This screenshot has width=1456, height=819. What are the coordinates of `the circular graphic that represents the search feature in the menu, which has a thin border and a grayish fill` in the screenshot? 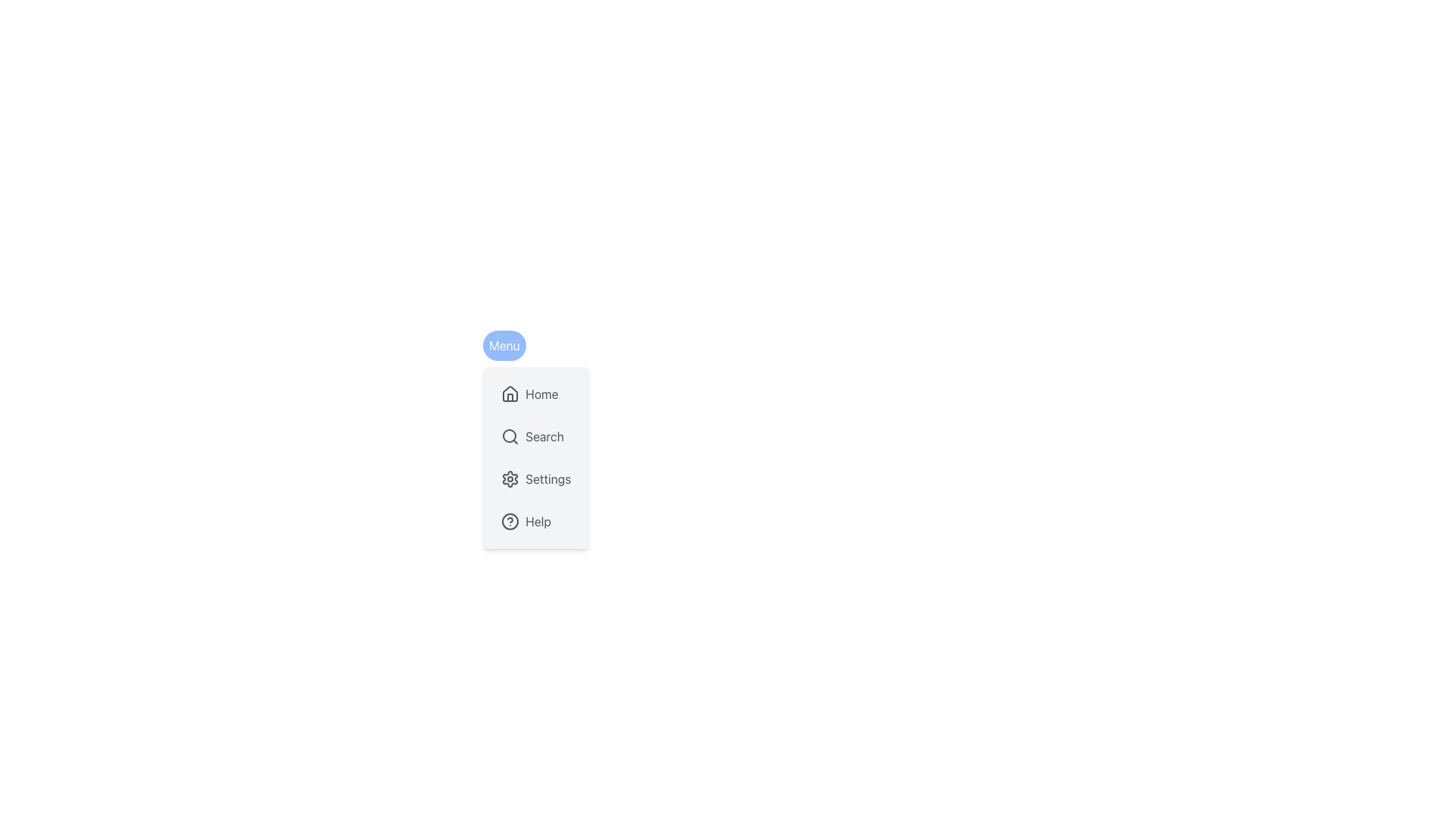 It's located at (510, 435).